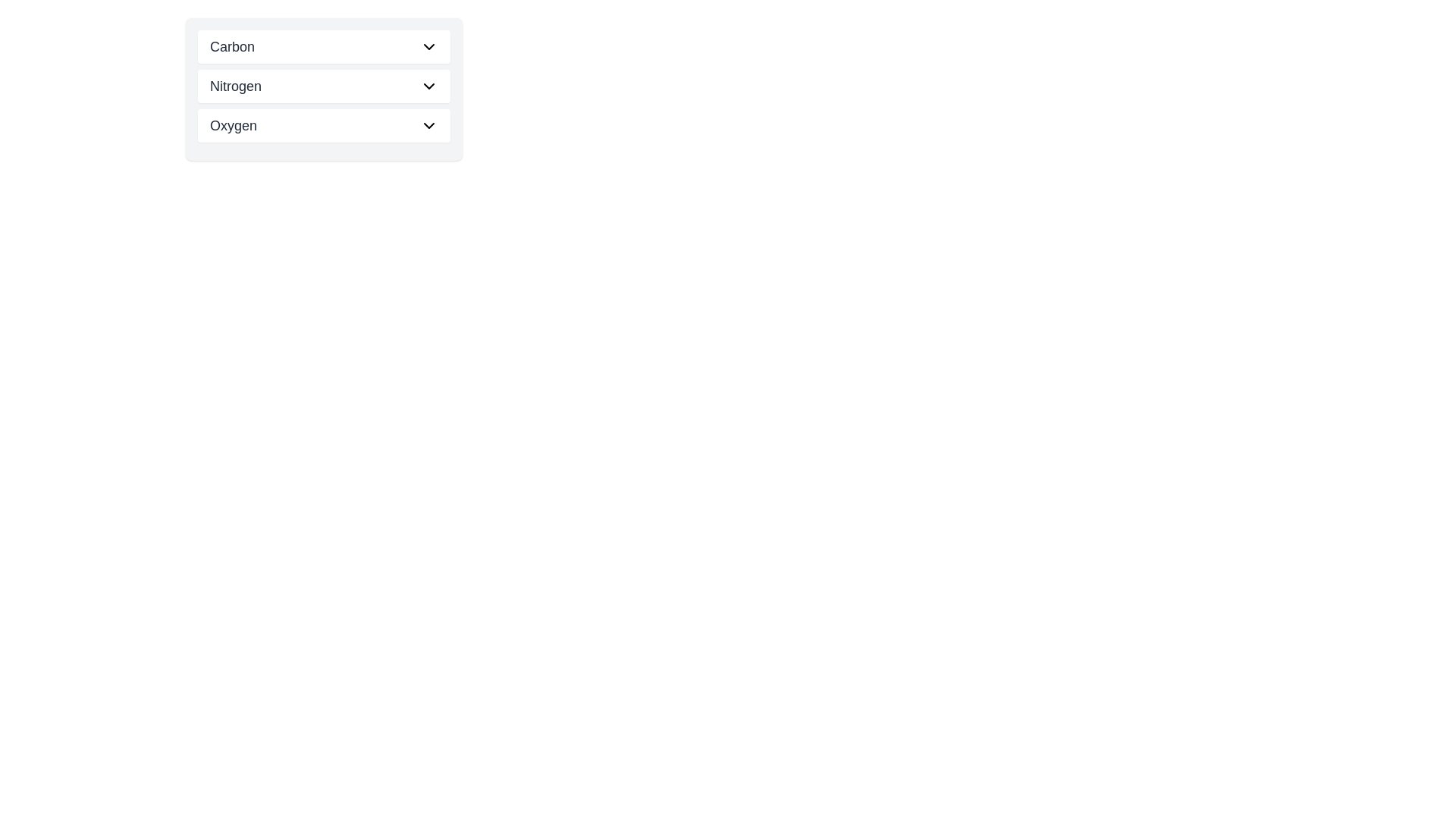 This screenshot has height=819, width=1456. Describe the element at coordinates (428, 45) in the screenshot. I see `the chevron icon next to the 'Carbon' label` at that location.